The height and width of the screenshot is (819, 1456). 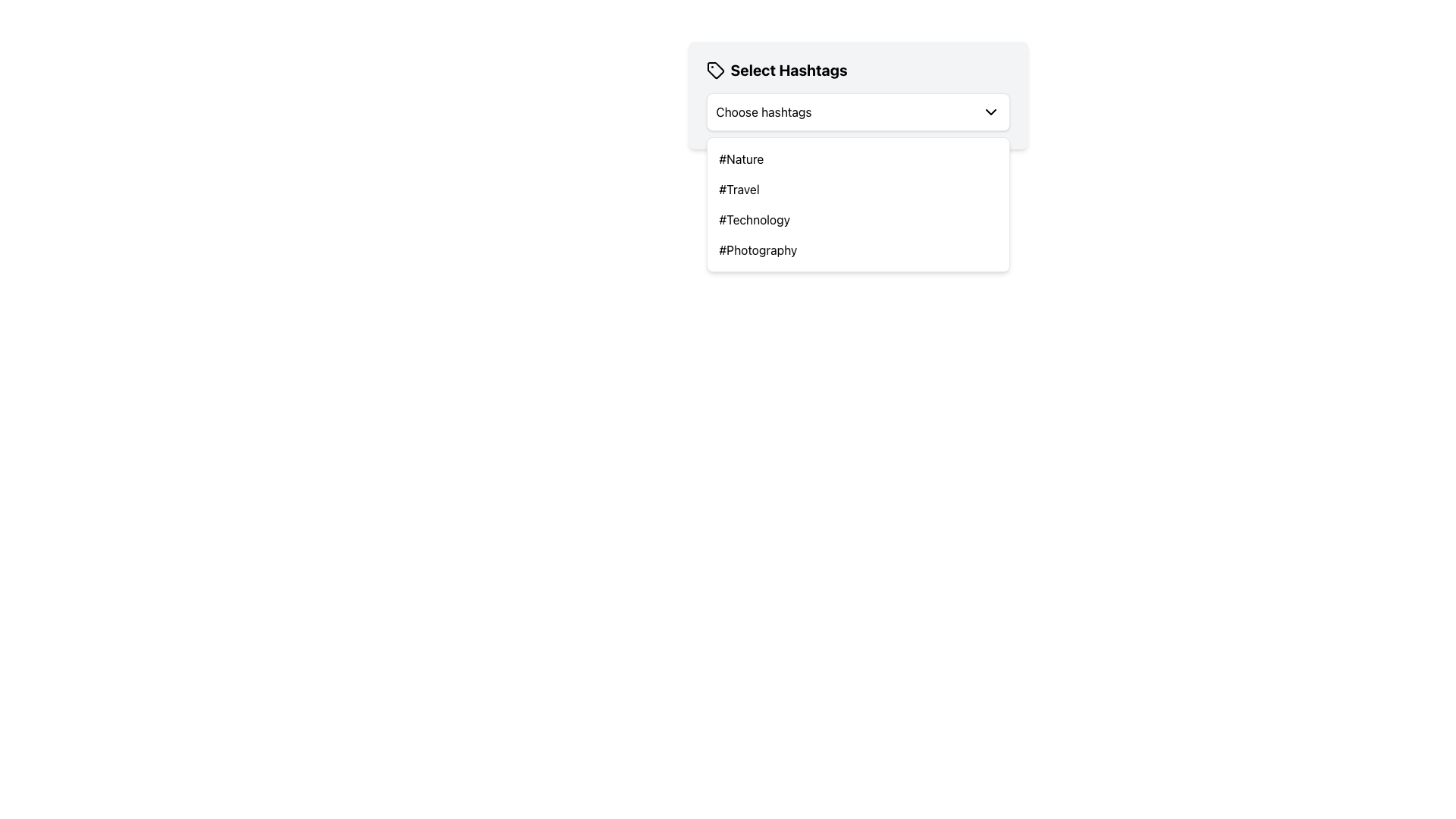 I want to click on the text label displaying '#Technology' in black font, which is the third option in the dropdown menu of hashtags, so click(x=755, y=219).